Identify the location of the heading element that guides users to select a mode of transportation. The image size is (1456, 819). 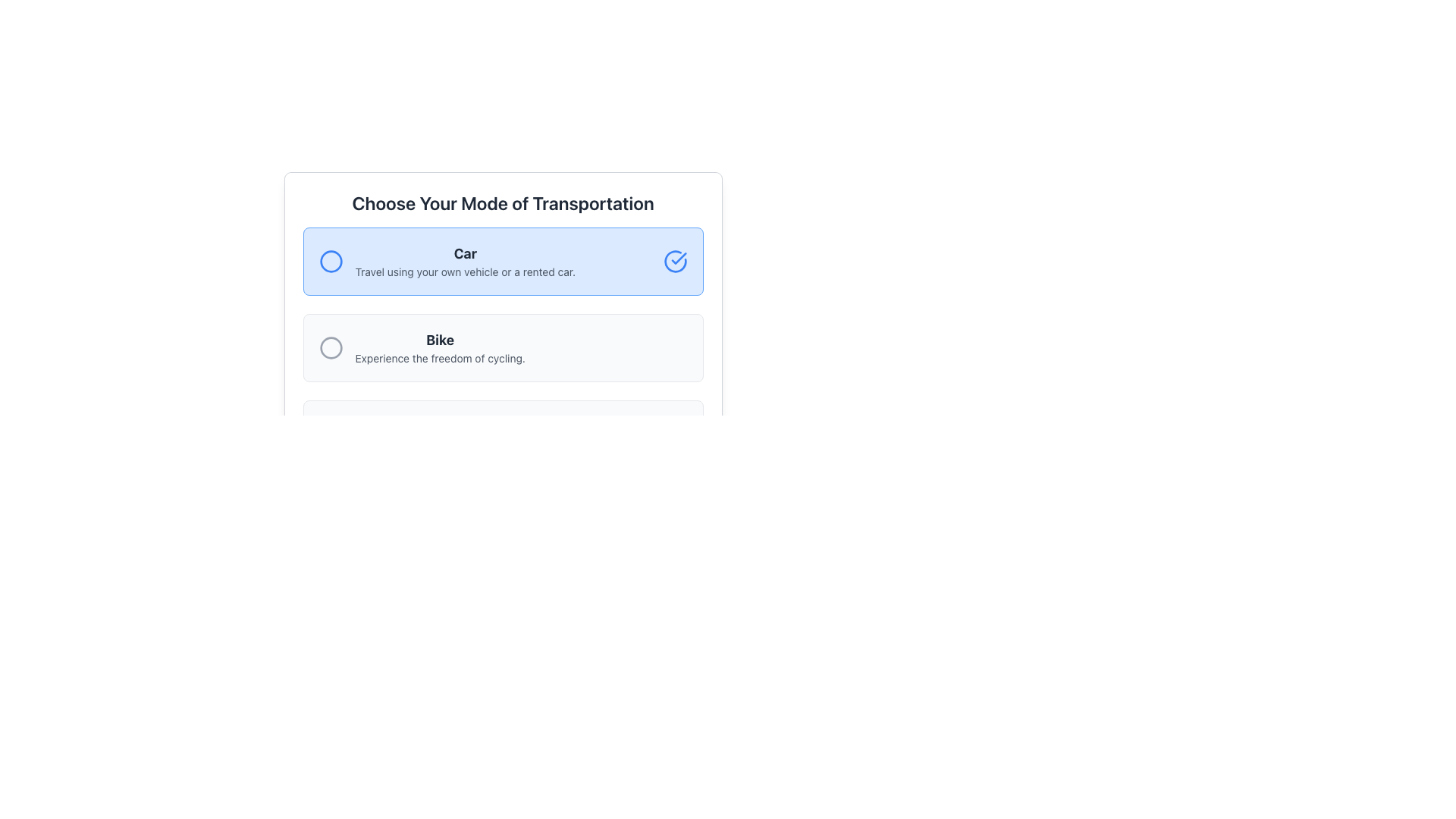
(503, 202).